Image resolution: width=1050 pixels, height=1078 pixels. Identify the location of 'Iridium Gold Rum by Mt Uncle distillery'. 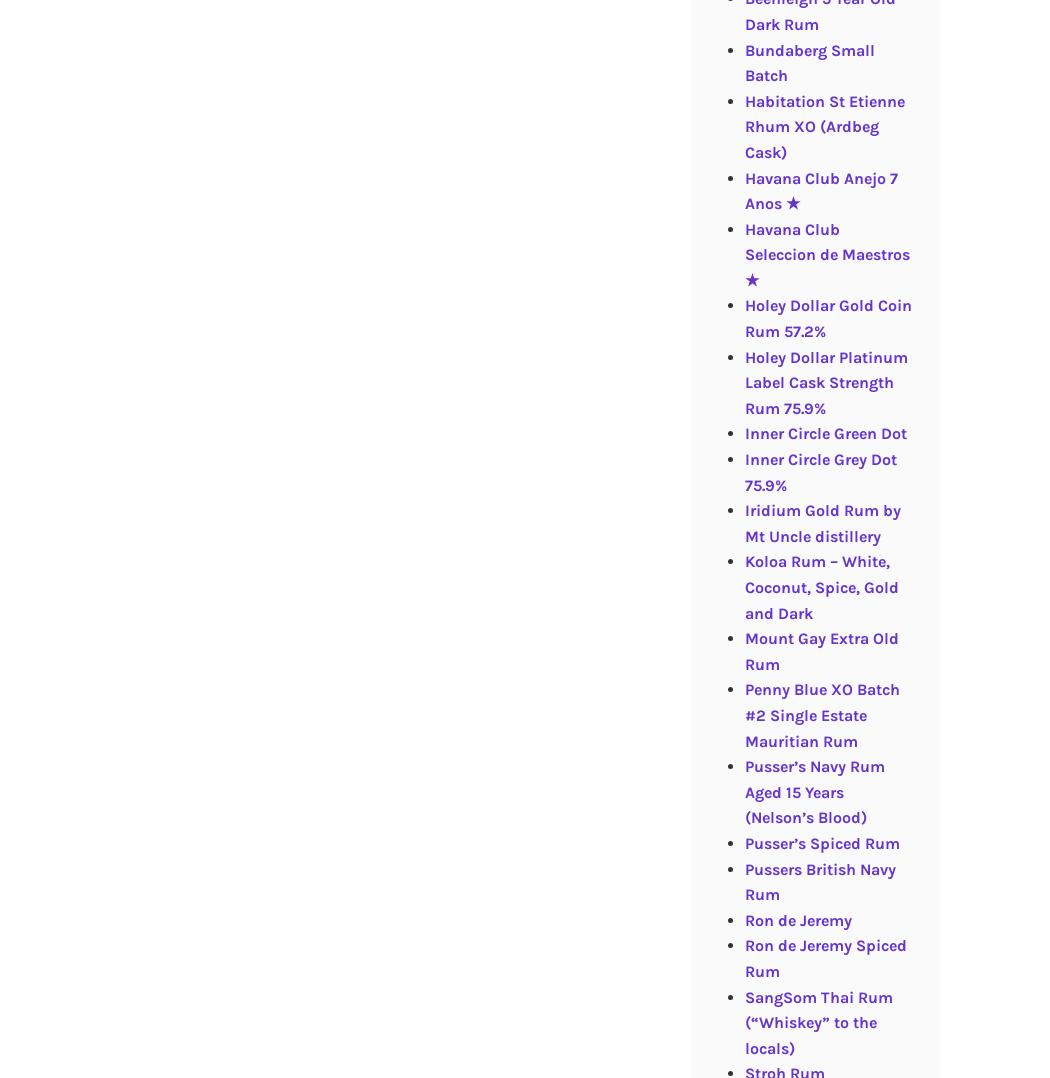
(821, 523).